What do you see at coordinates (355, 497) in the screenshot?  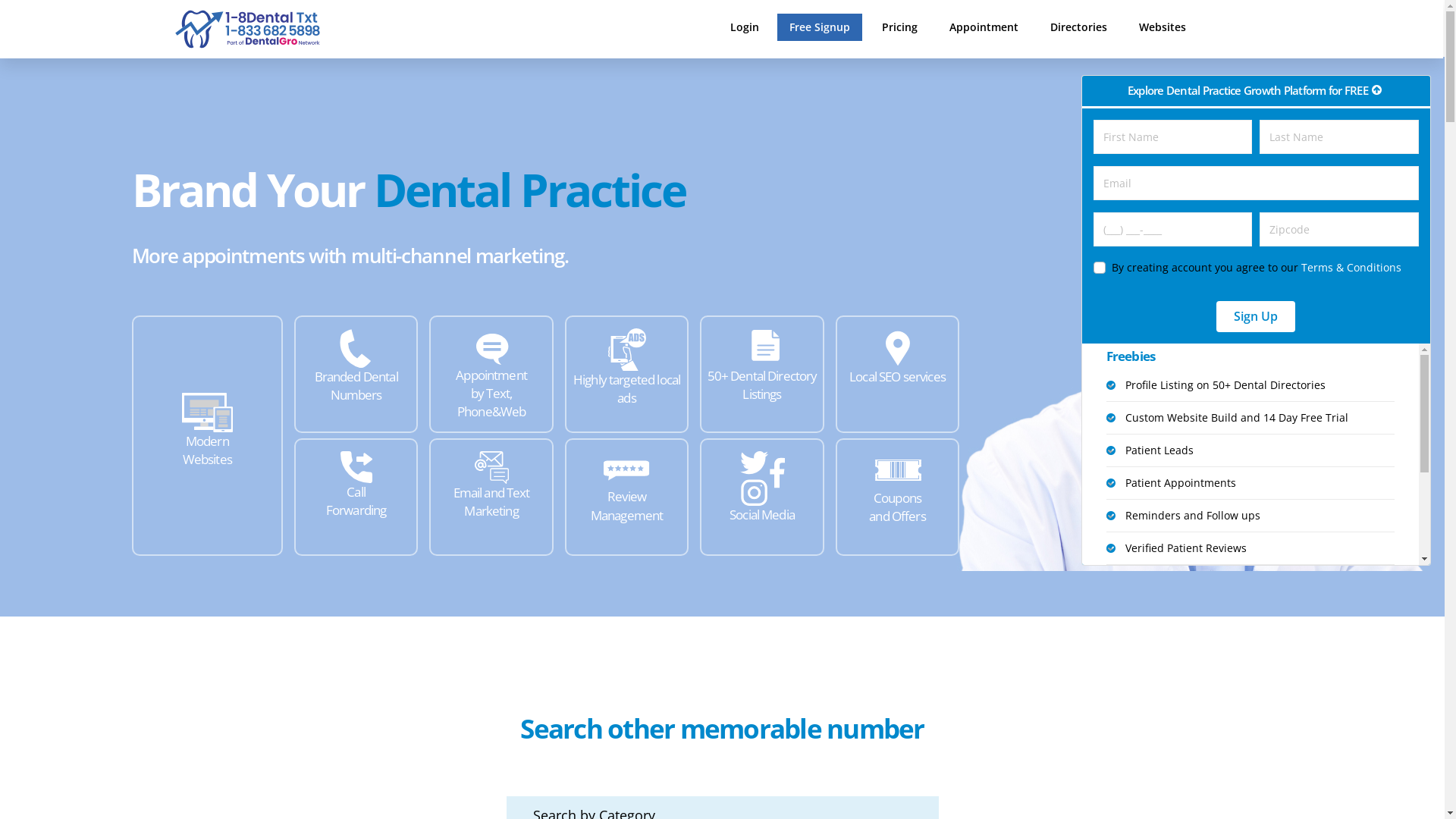 I see `'Call` at bounding box center [355, 497].